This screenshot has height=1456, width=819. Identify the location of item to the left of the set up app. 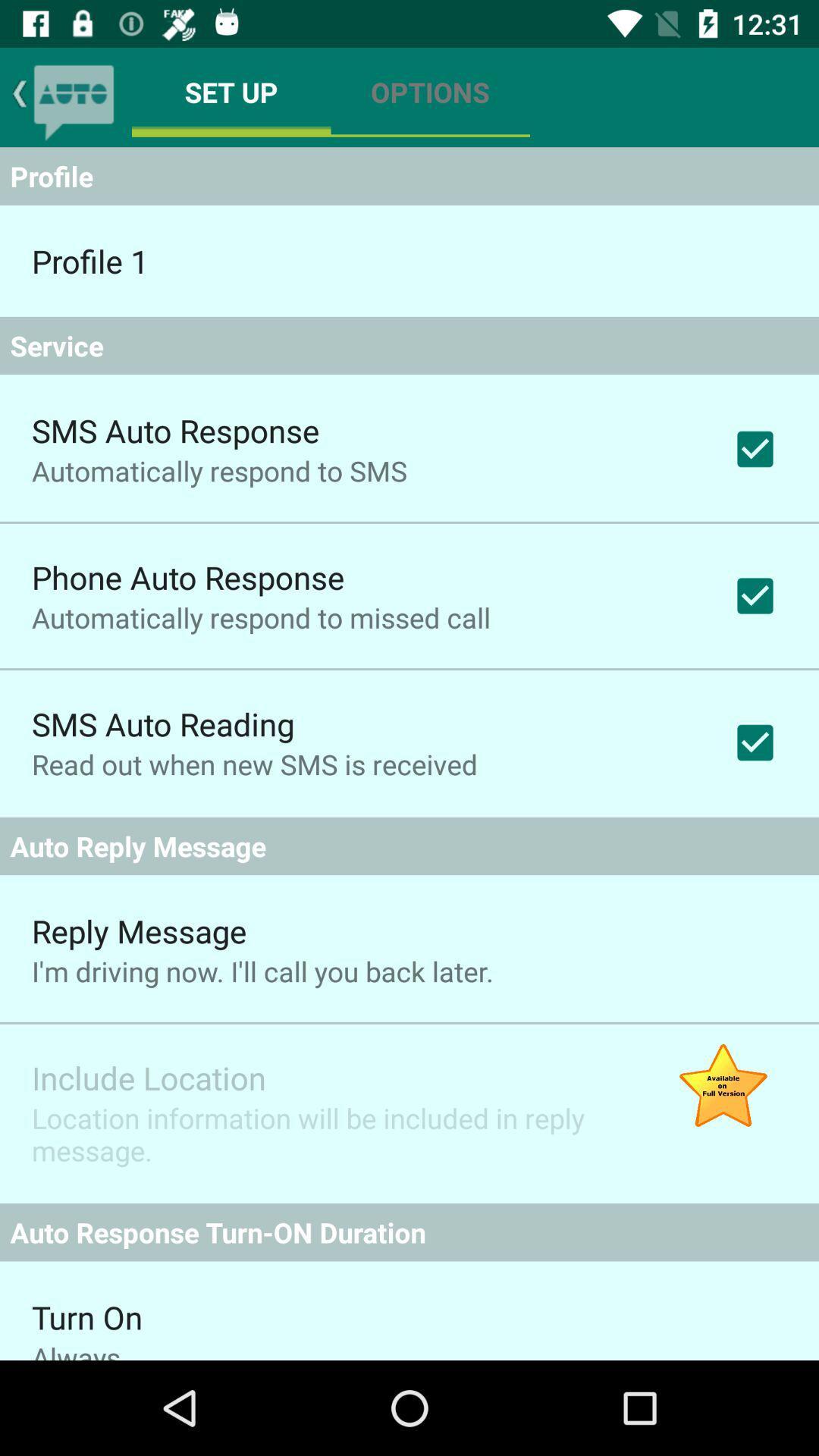
(74, 96).